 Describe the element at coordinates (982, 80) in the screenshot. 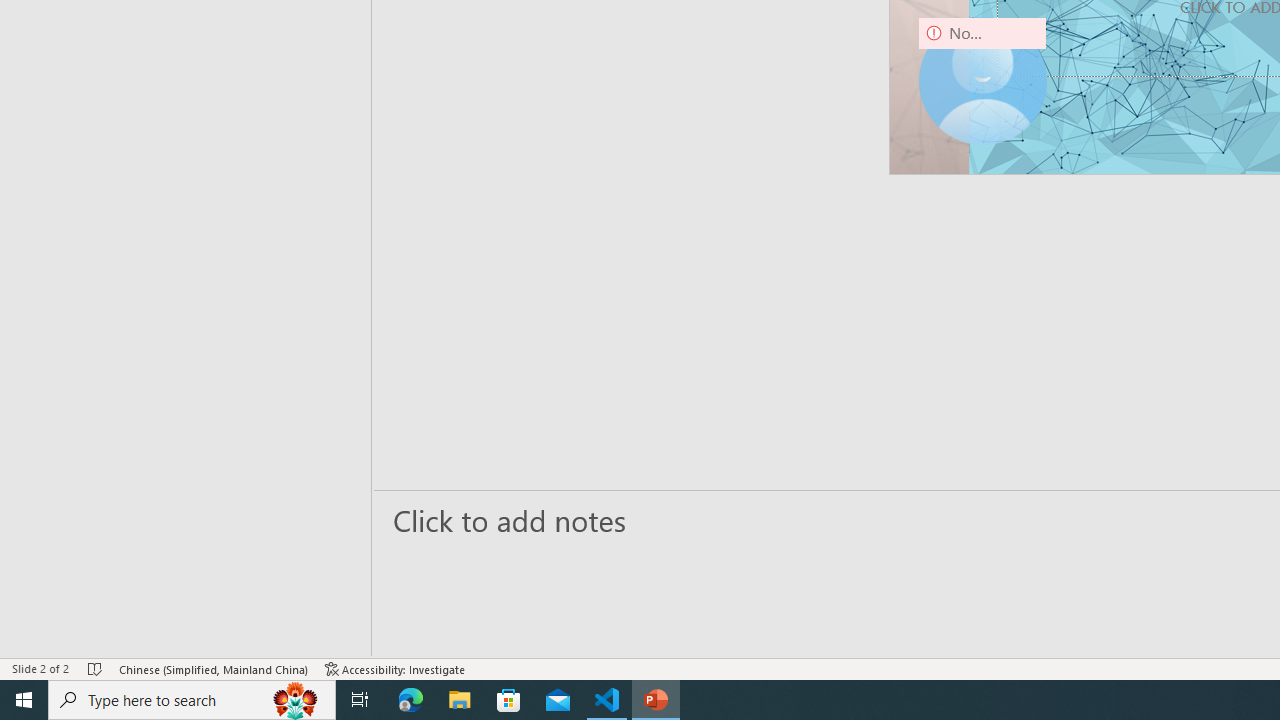

I see `'Camera 9, No camera detected.'` at that location.